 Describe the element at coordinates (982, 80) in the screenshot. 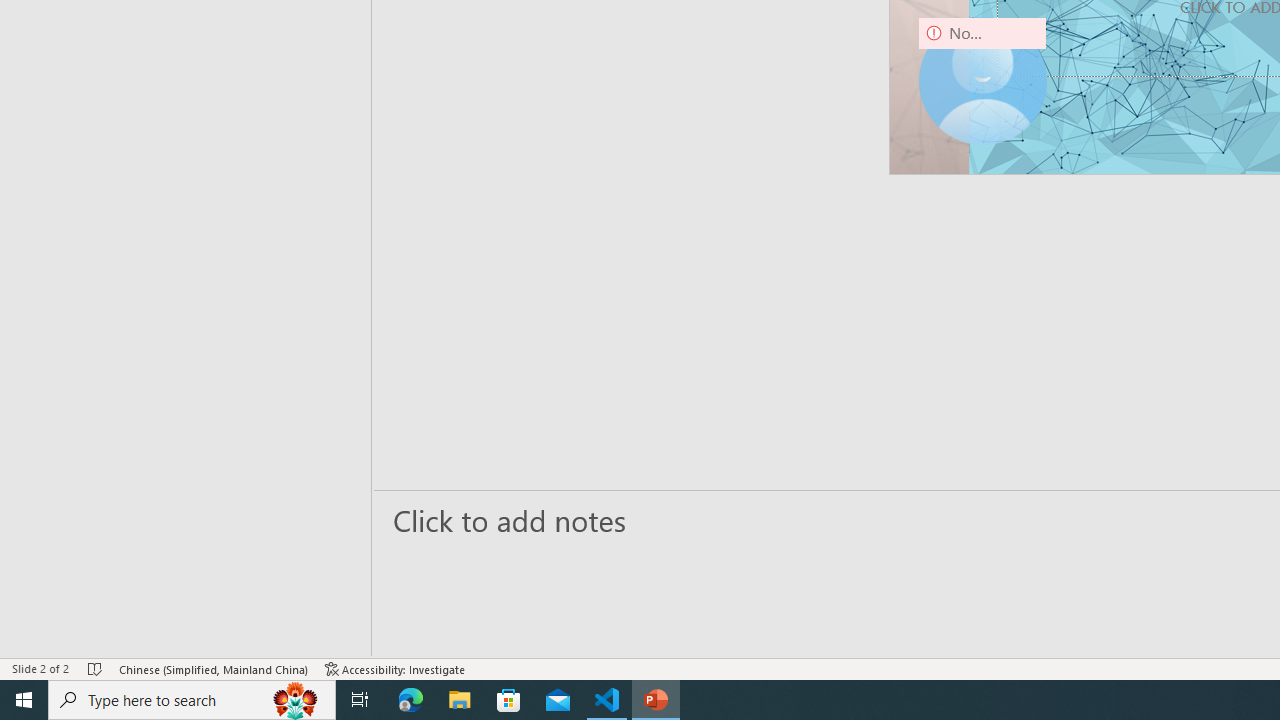

I see `'Camera 9, No camera detected.'` at that location.